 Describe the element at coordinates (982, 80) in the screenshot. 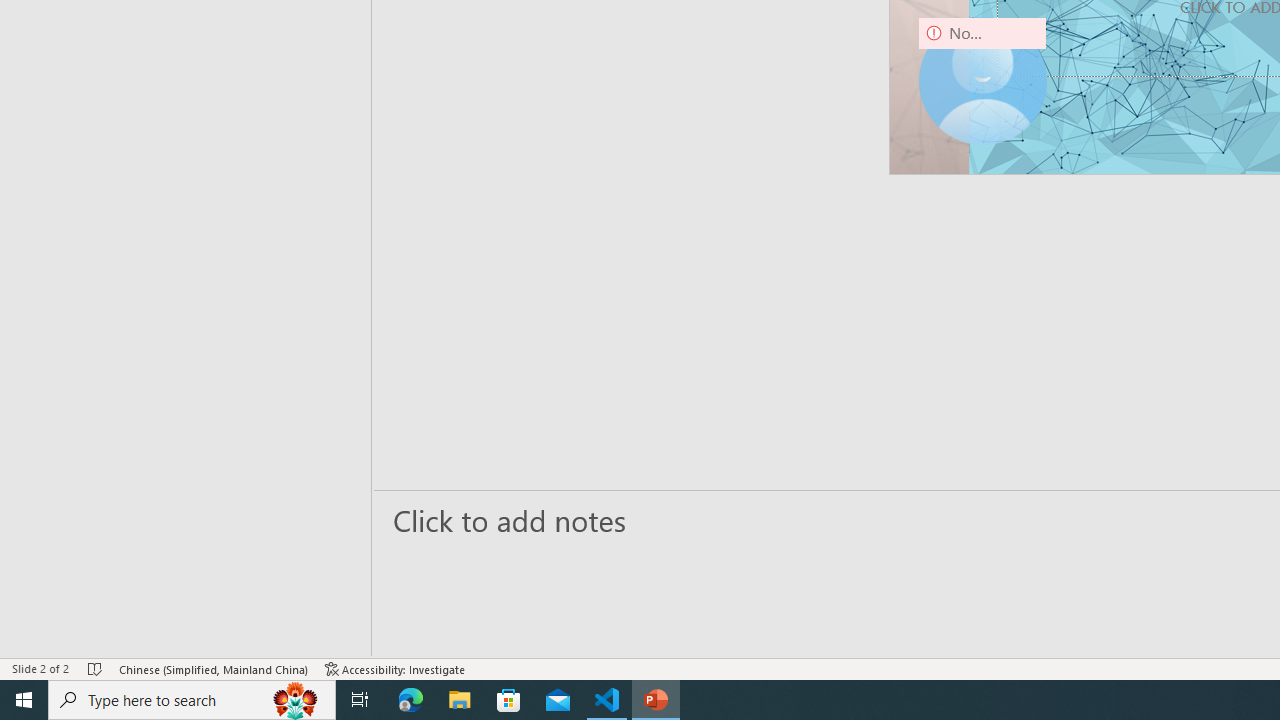

I see `'Camera 9, No camera detected.'` at that location.